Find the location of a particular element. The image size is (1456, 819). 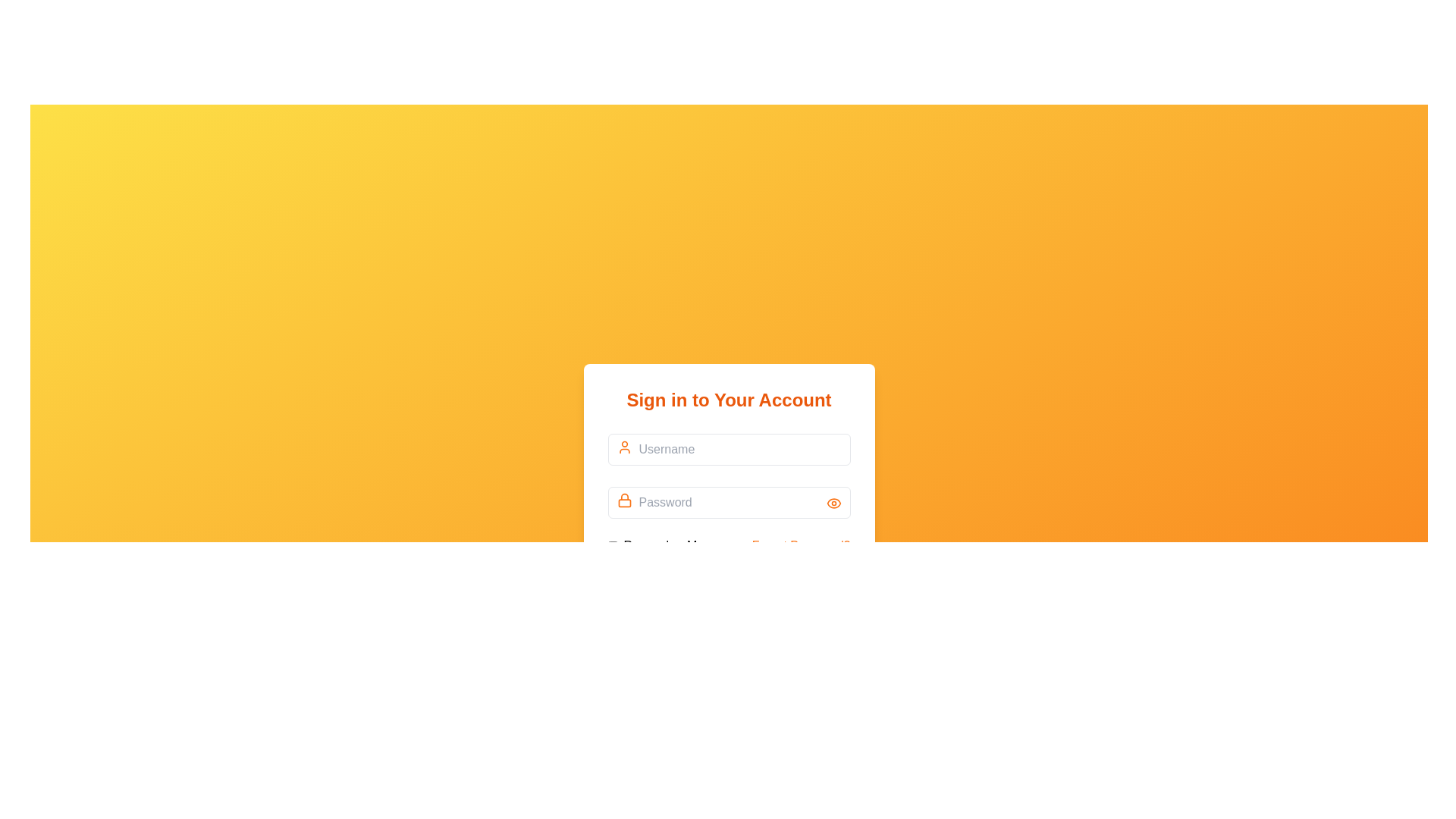

the curved outline of the eye icon located within the password input field in the login form is located at coordinates (833, 503).